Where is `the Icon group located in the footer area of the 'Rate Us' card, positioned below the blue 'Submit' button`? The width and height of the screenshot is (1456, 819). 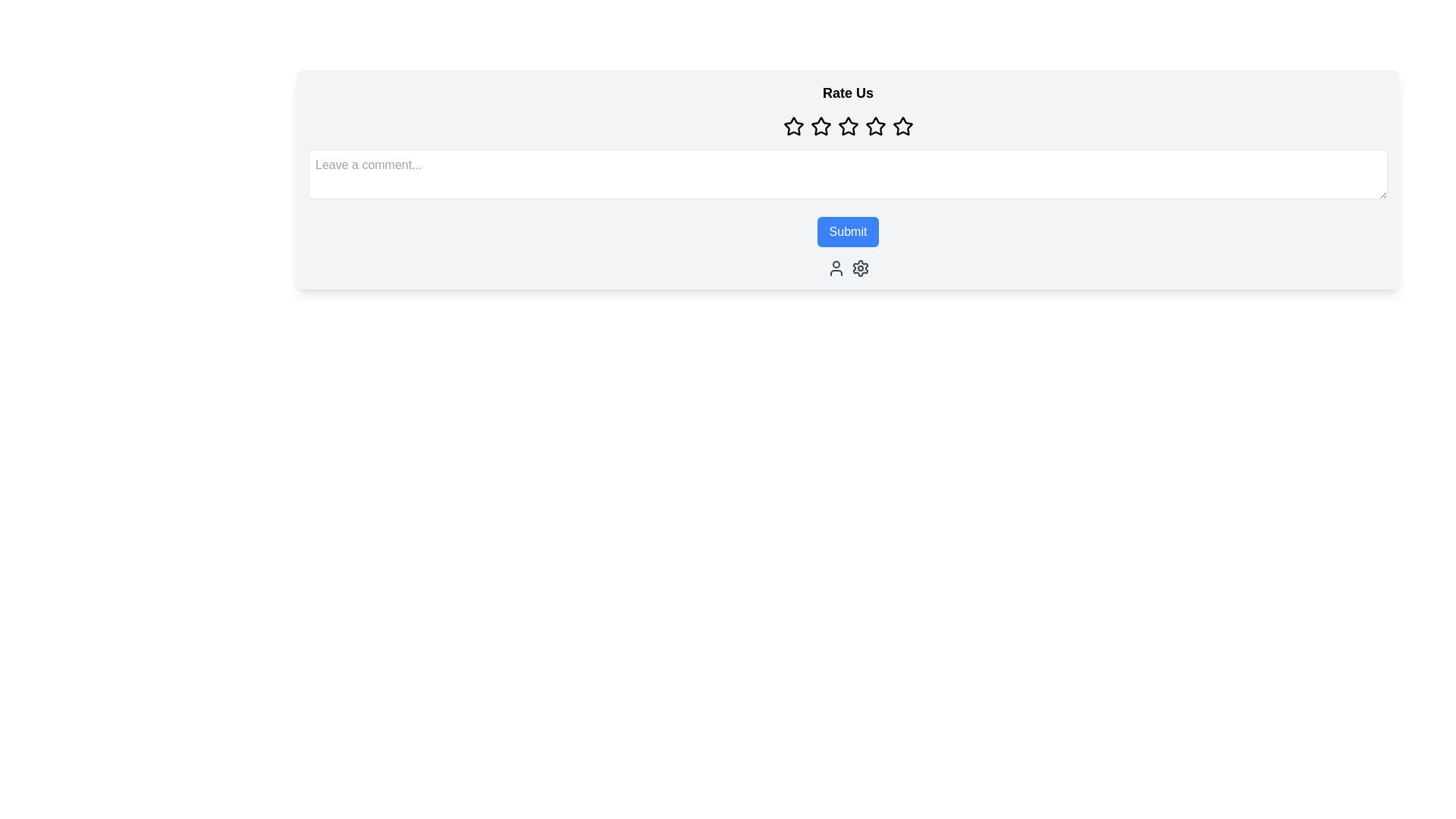
the Icon group located in the footer area of the 'Rate Us' card, positioned below the blue 'Submit' button is located at coordinates (847, 268).